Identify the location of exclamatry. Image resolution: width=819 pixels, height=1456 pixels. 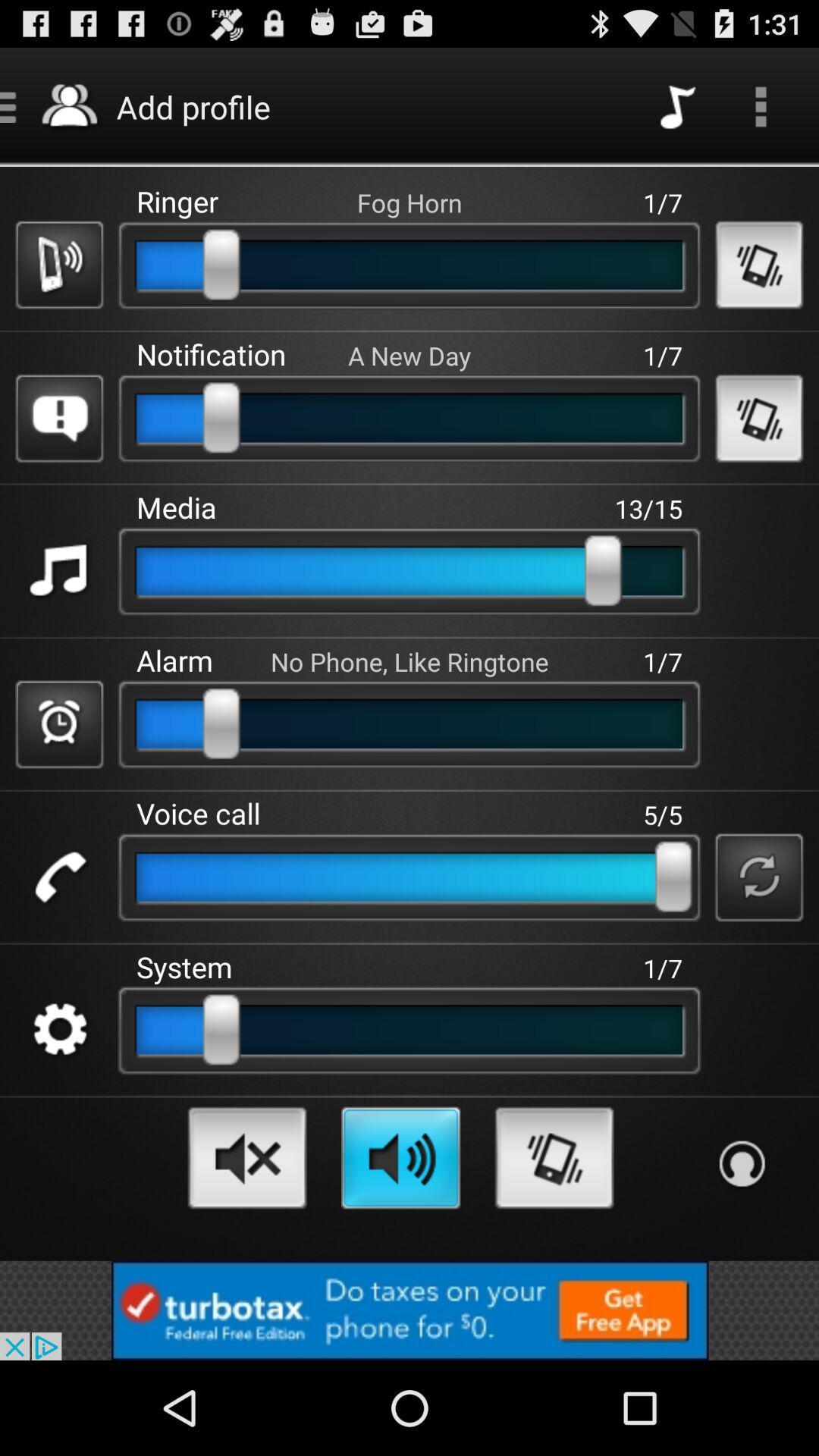
(58, 419).